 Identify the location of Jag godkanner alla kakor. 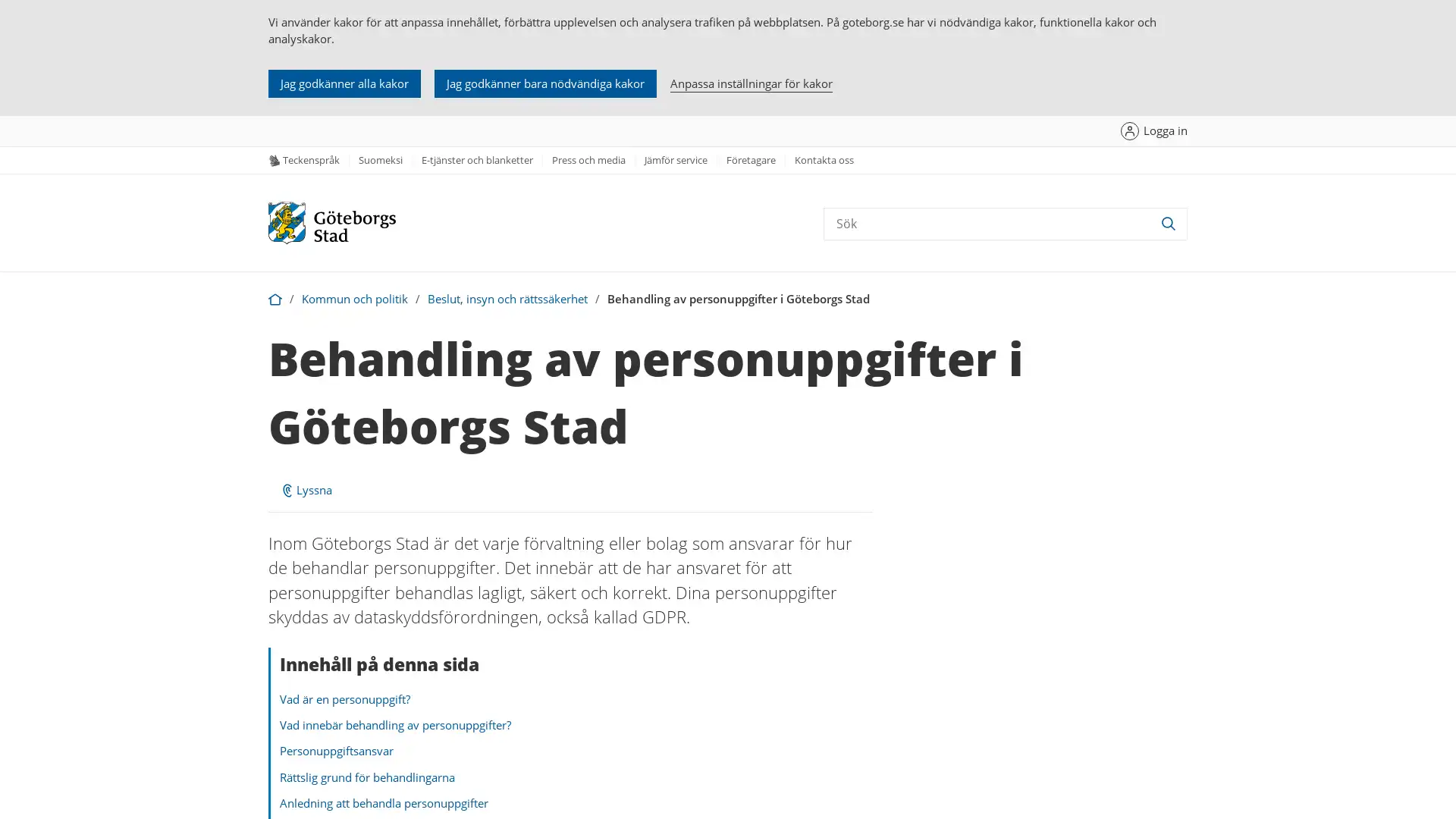
(344, 83).